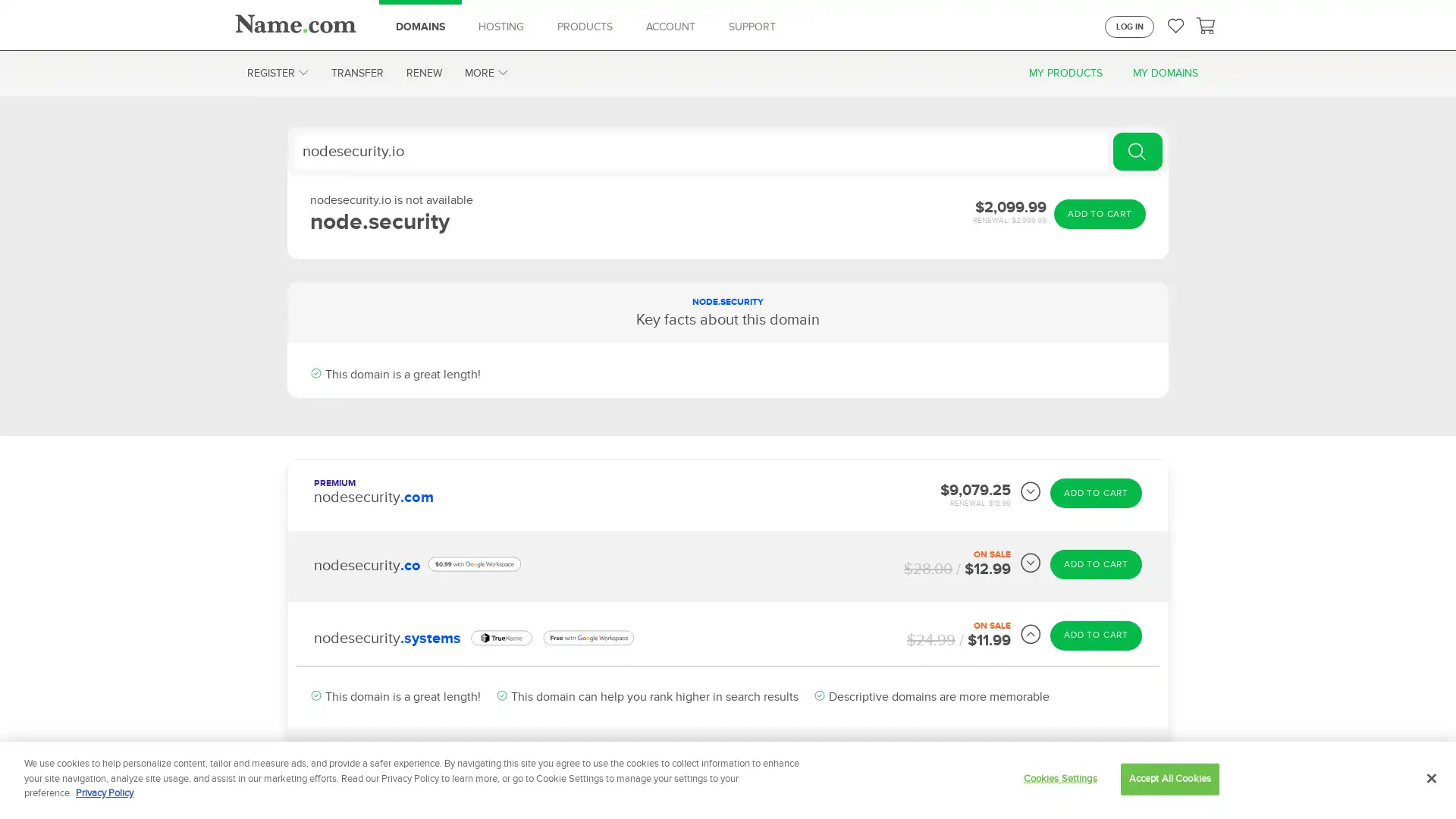 This screenshot has width=1456, height=819. Describe the element at coordinates (1099, 213) in the screenshot. I see `ADD TO CART` at that location.